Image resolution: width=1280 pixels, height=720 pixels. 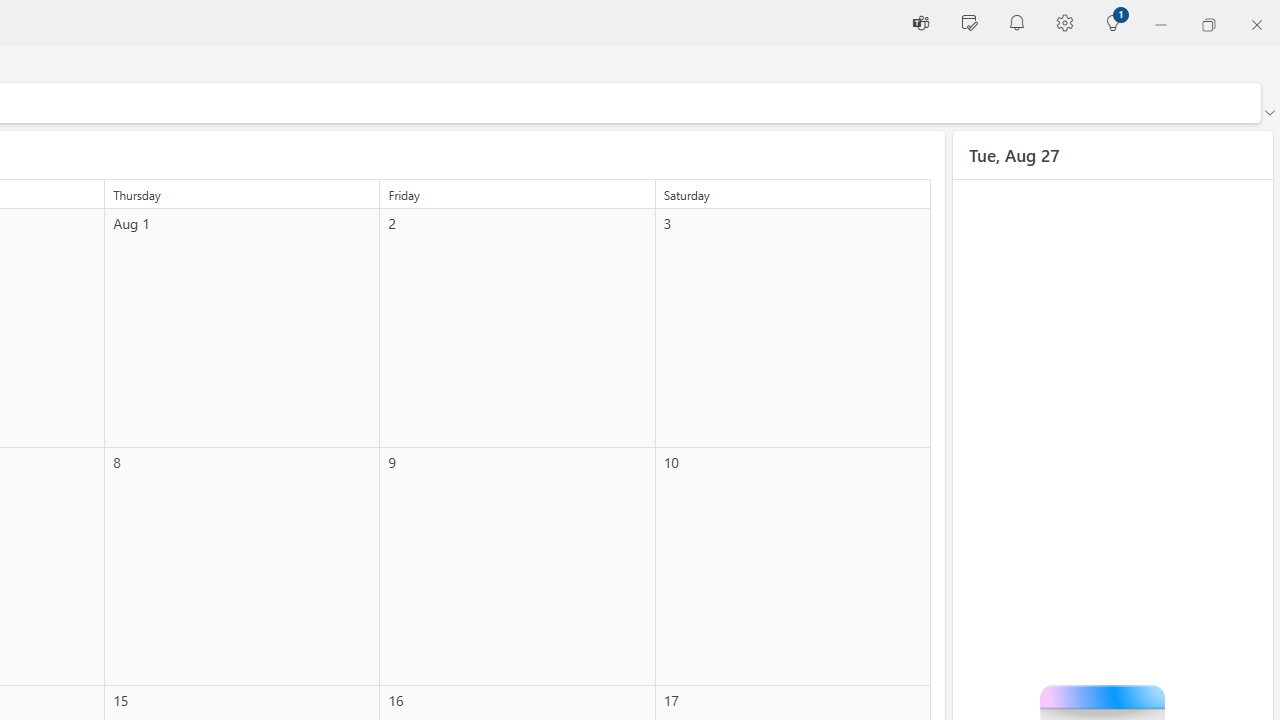 What do you see at coordinates (1268, 113) in the screenshot?
I see `'Ribbon display options'` at bounding box center [1268, 113].